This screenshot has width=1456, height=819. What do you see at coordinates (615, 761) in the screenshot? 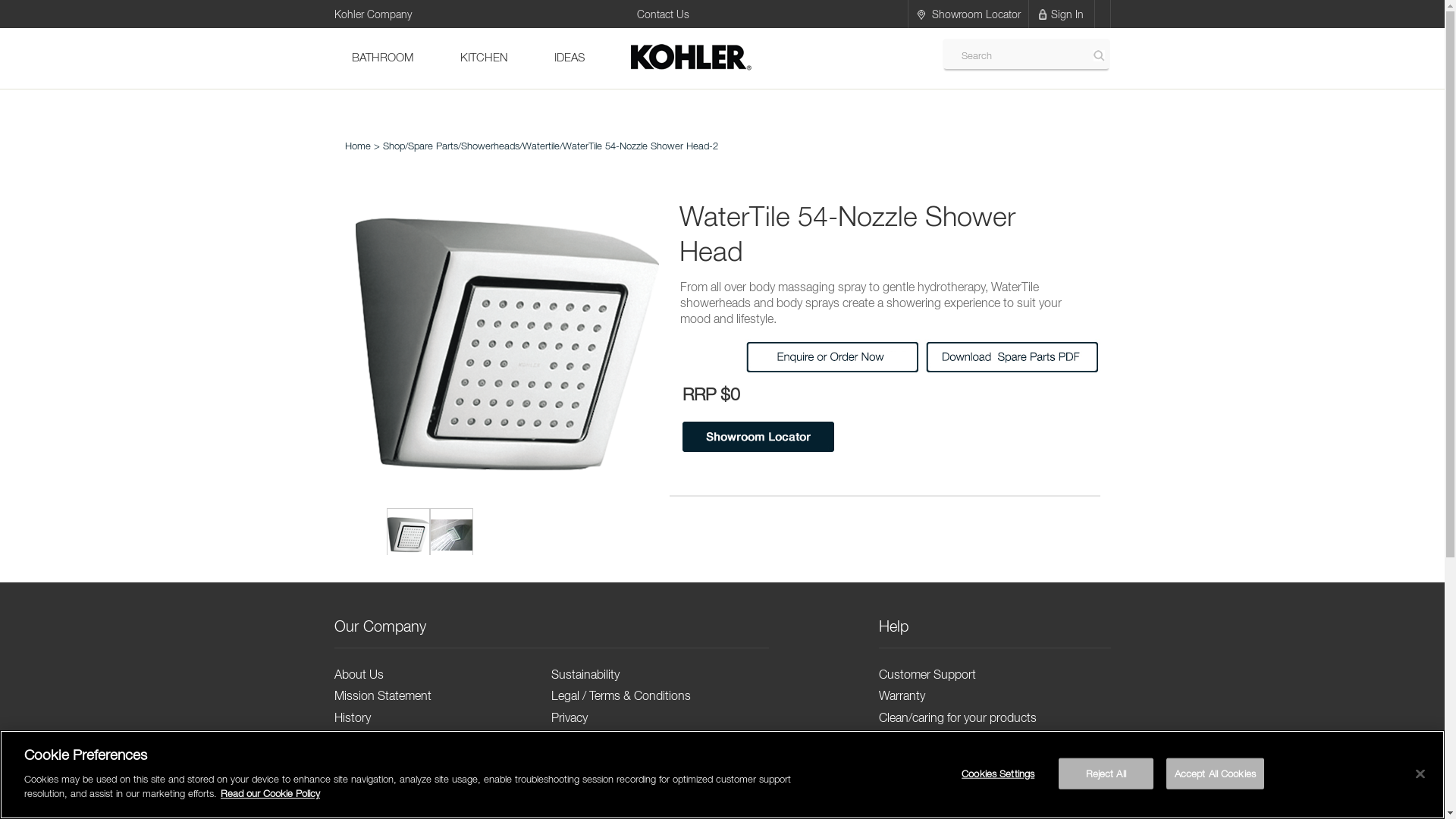
I see `'Subject Access Request'` at bounding box center [615, 761].